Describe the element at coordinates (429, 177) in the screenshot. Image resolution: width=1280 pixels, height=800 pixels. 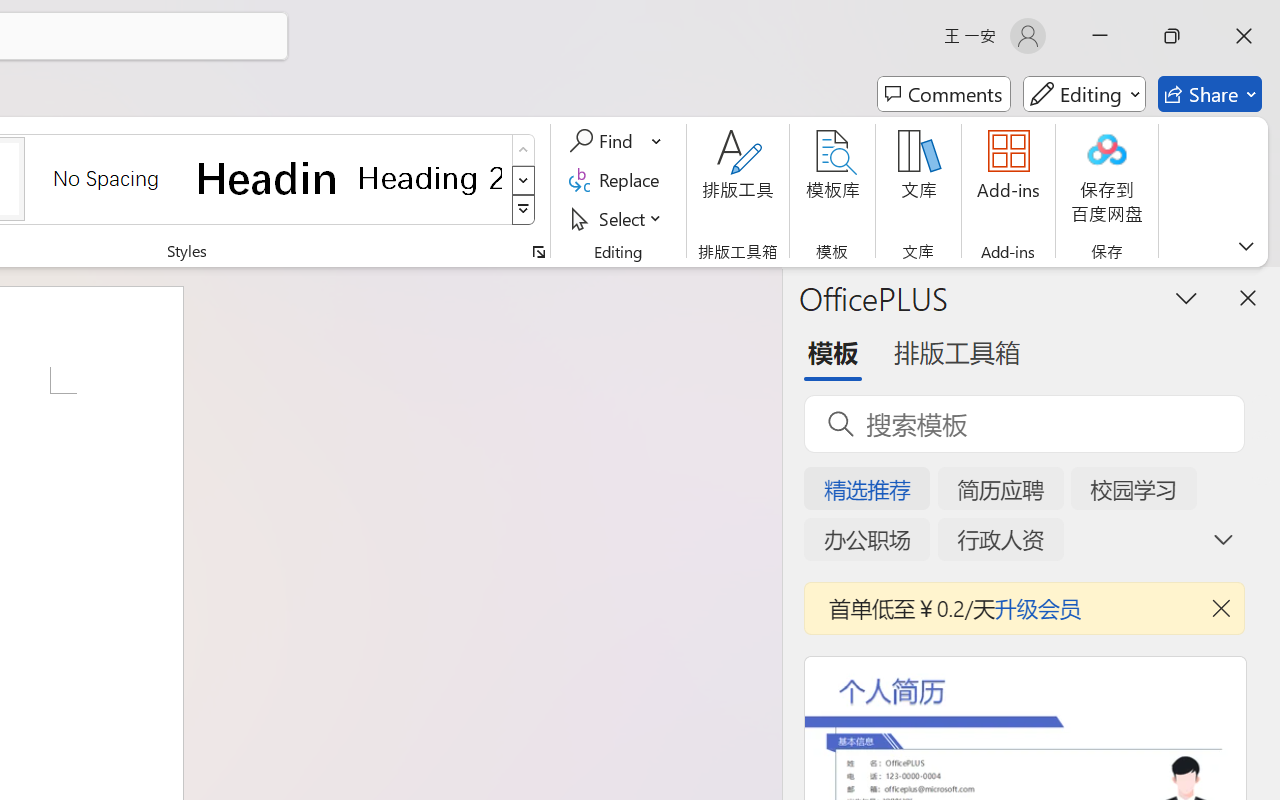
I see `'Heading 2'` at that location.